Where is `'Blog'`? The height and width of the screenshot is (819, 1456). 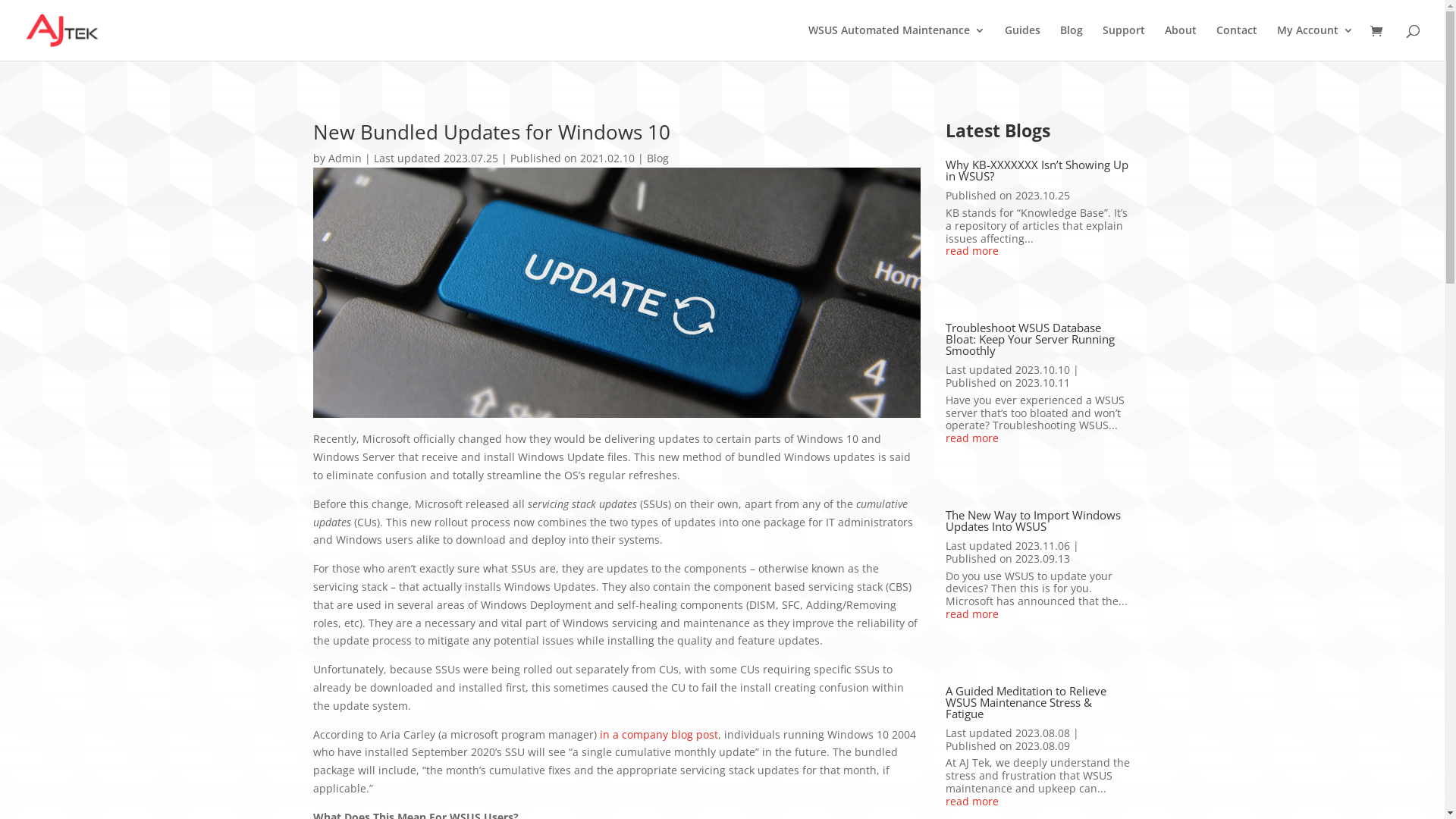 'Blog' is located at coordinates (1070, 42).